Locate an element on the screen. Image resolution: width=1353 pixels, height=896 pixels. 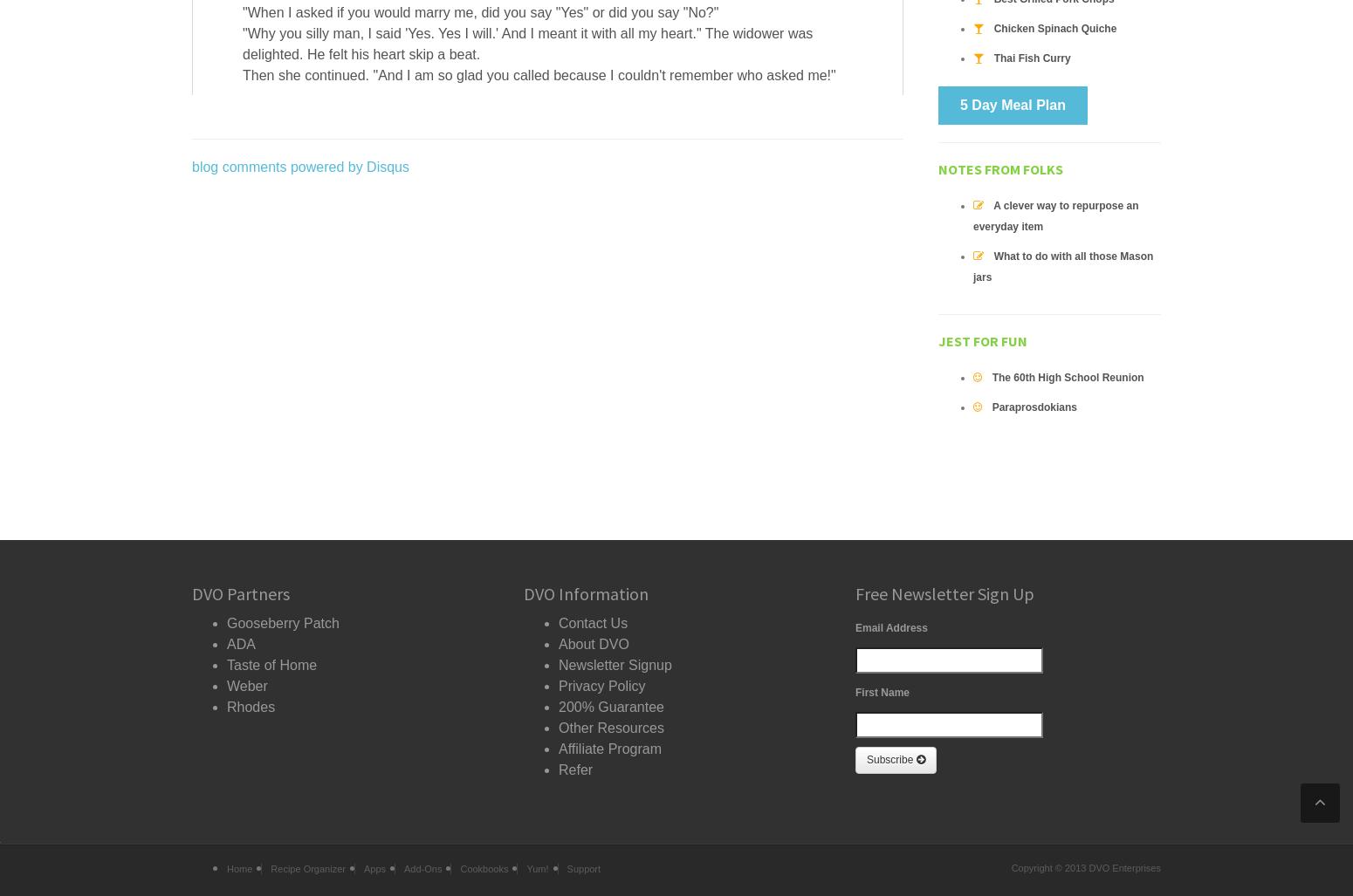
'Email Address' is located at coordinates (855, 628).